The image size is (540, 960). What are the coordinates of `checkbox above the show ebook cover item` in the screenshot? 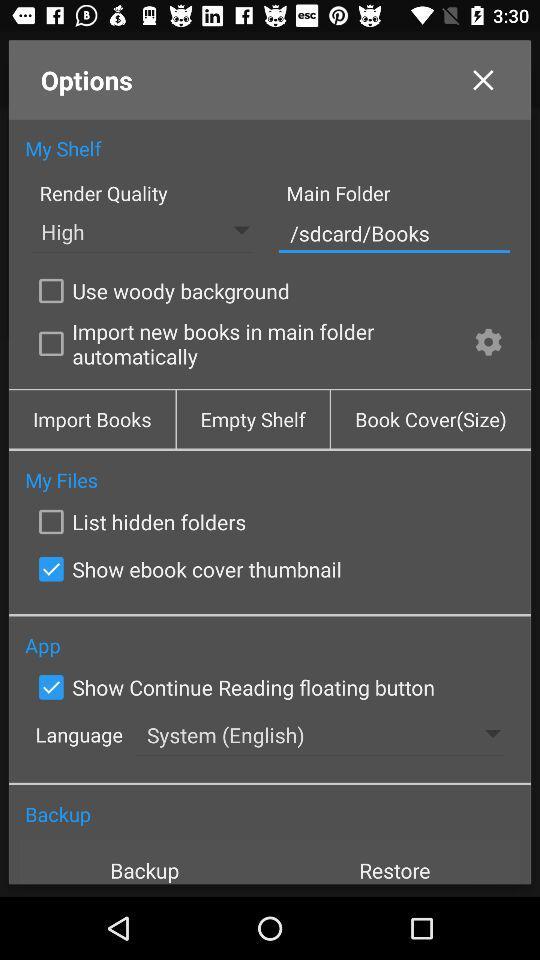 It's located at (137, 521).